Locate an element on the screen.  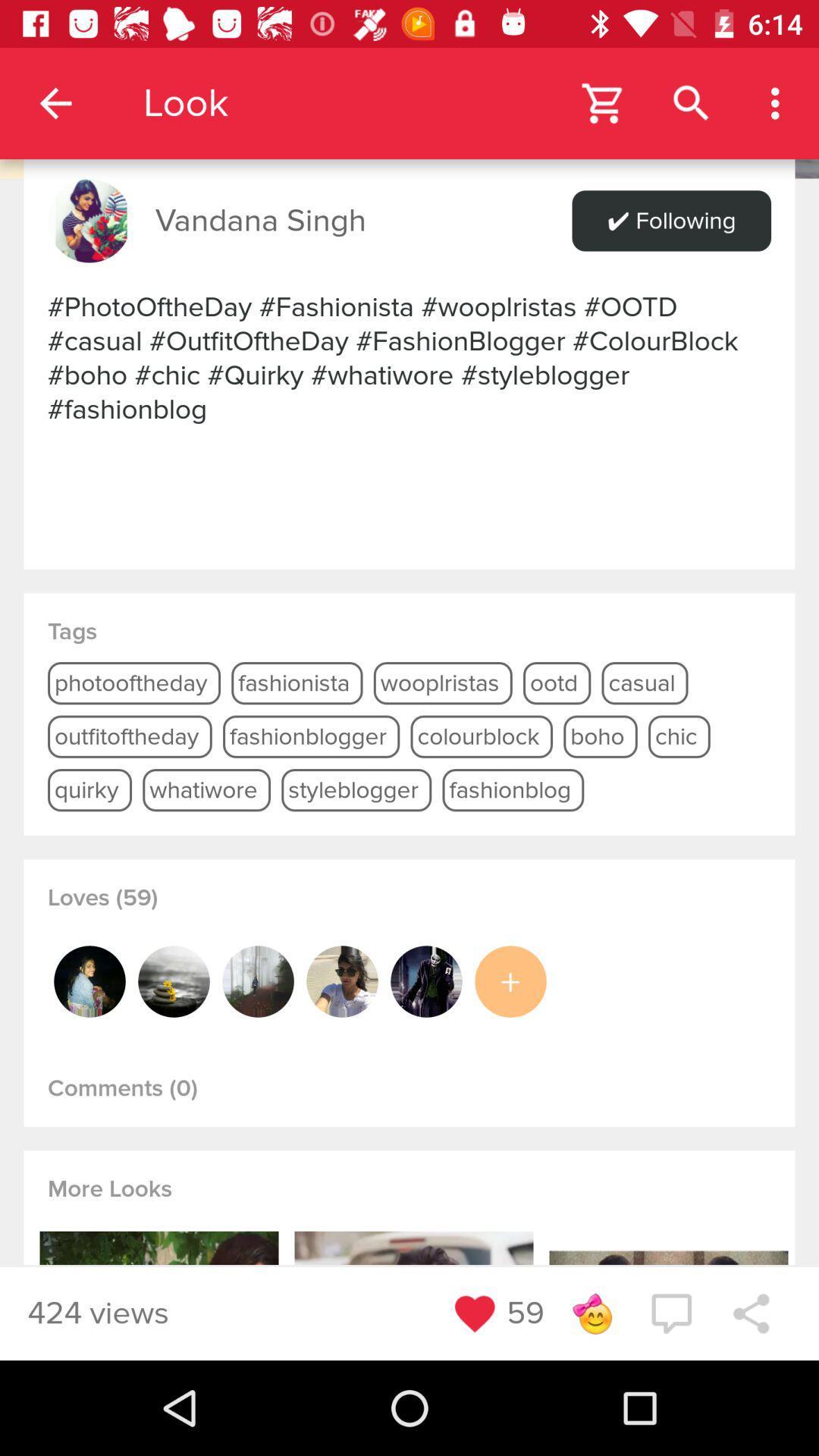
give heart emoji is located at coordinates (474, 1313).